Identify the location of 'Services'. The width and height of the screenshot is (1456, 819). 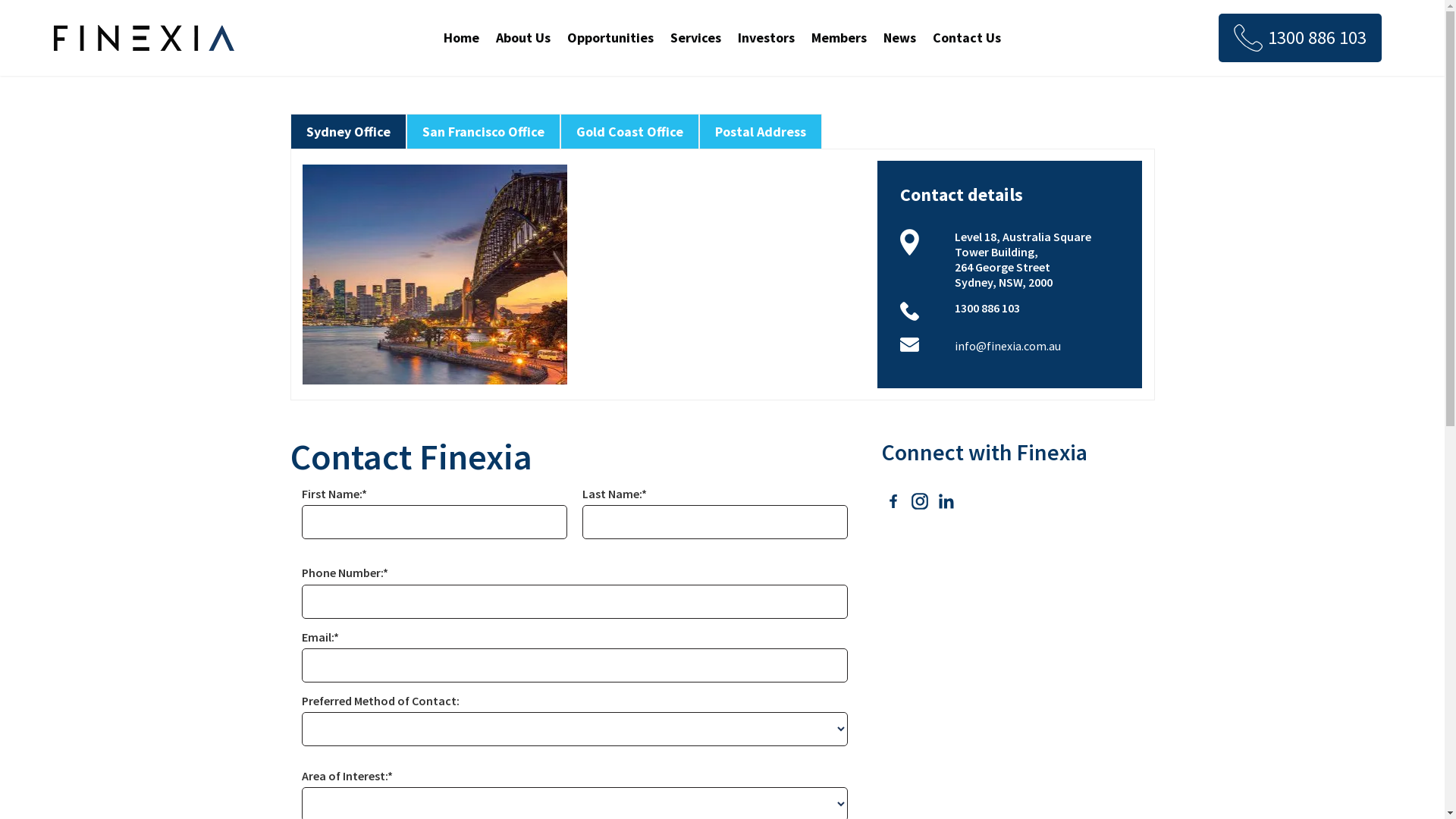
(695, 37).